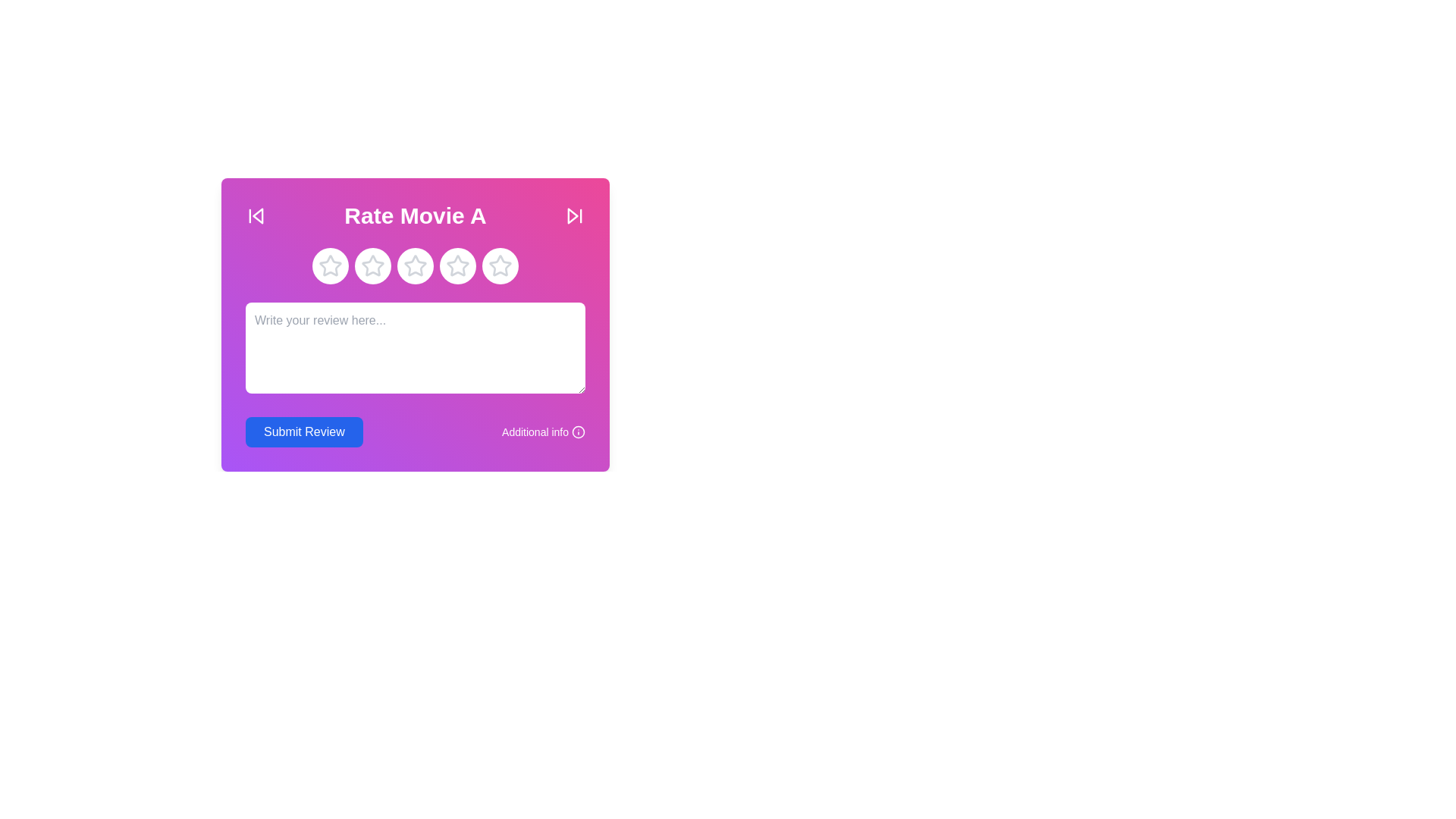 The width and height of the screenshot is (1456, 819). What do you see at coordinates (415, 216) in the screenshot?
I see `the Text Label that serves as a header for the rating interface, located at the top center above the star icons` at bounding box center [415, 216].